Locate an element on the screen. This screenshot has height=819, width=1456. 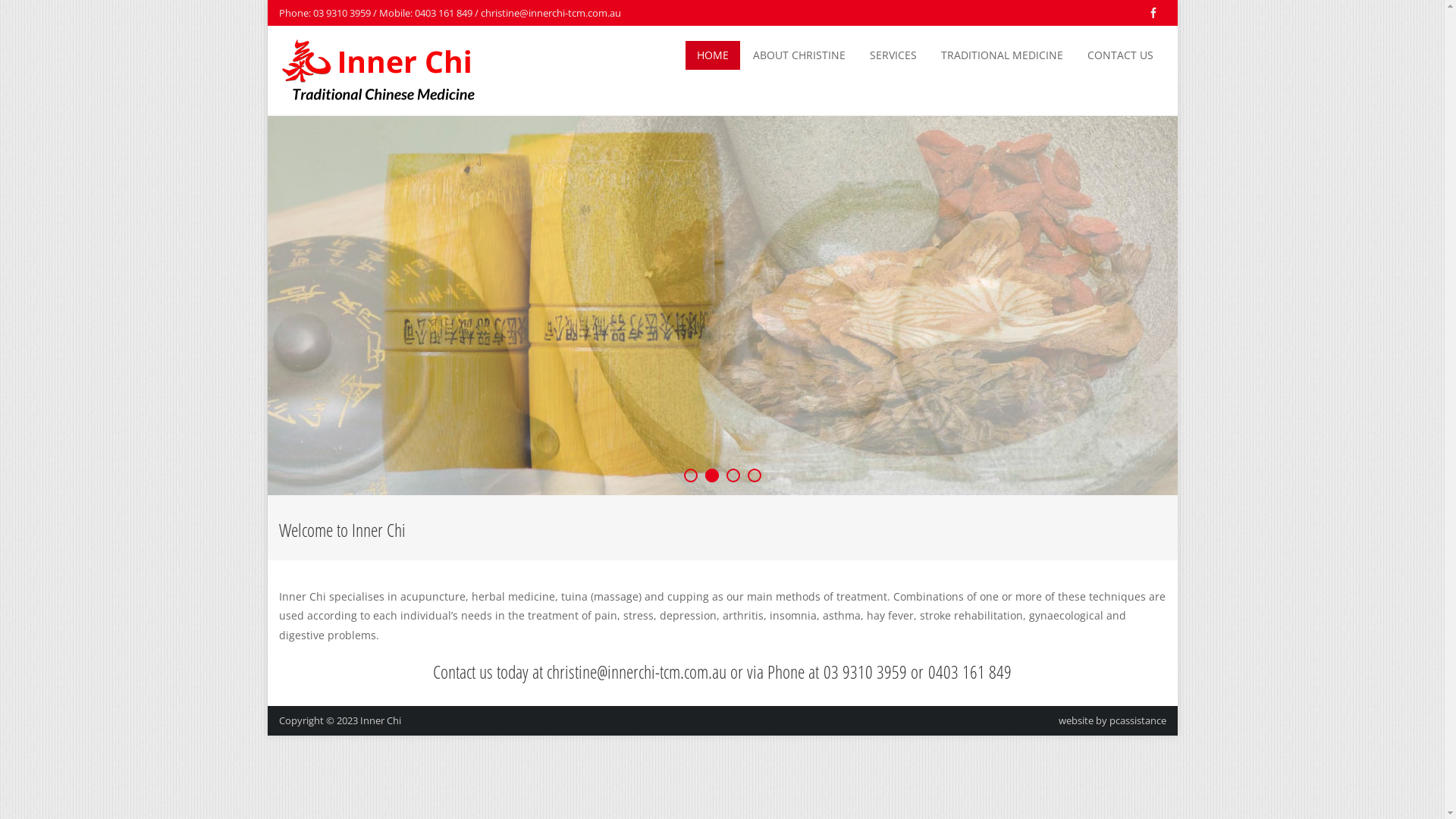
'2' is located at coordinates (711, 475).